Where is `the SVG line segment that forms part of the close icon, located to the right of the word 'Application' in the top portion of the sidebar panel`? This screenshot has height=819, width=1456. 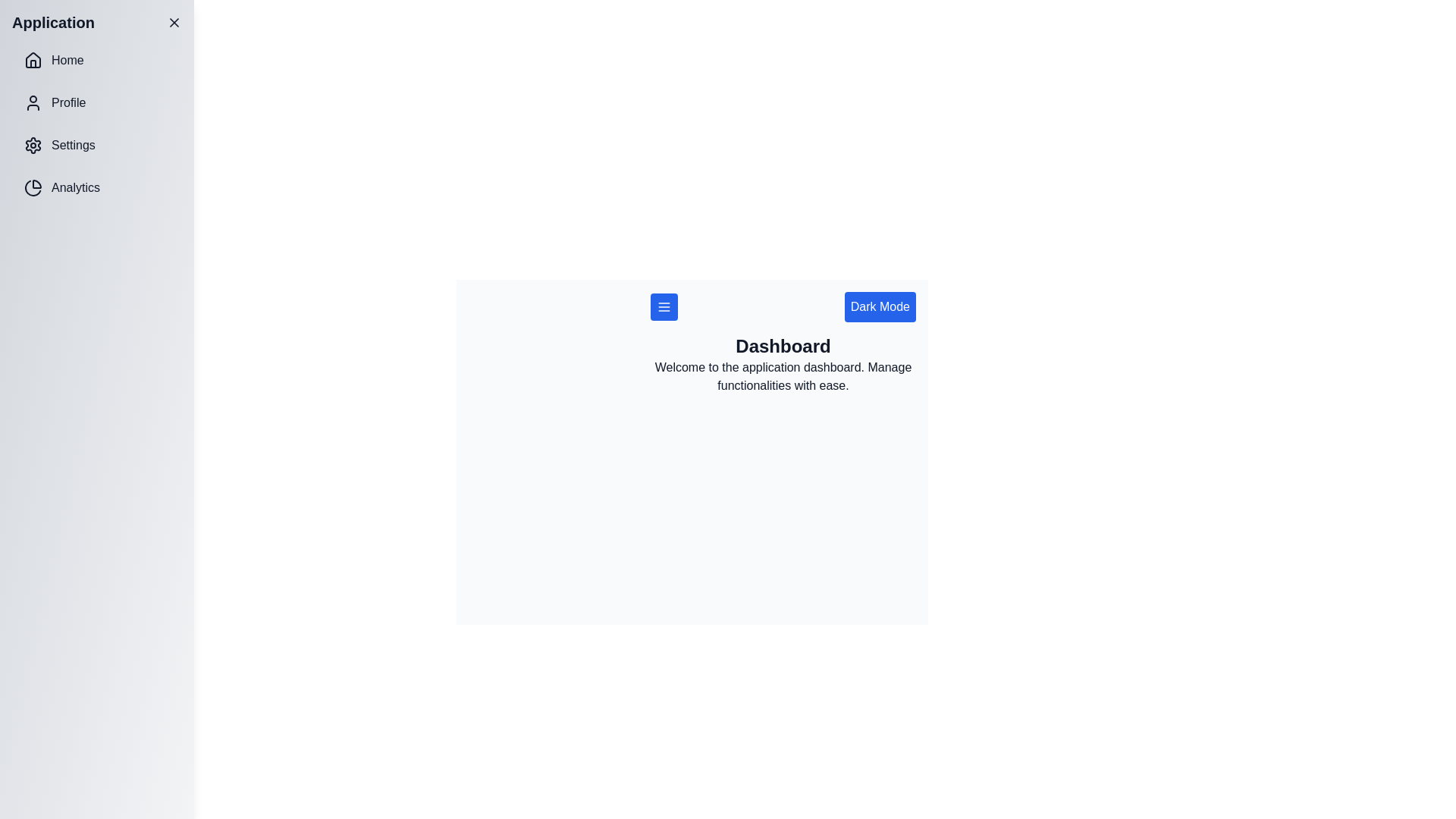 the SVG line segment that forms part of the close icon, located to the right of the word 'Application' in the top portion of the sidebar panel is located at coordinates (174, 23).